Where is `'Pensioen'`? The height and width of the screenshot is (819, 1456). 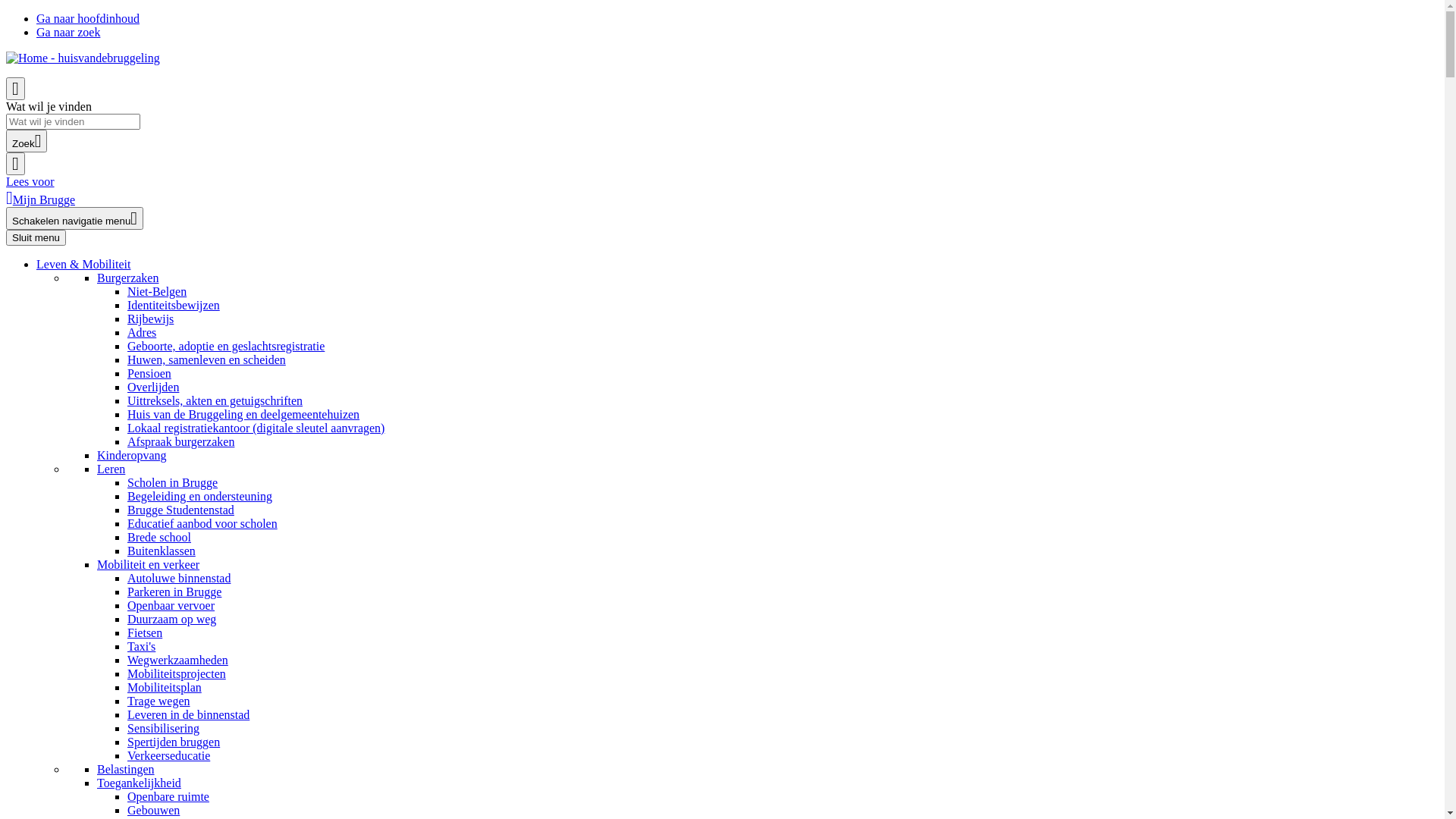 'Pensioen' is located at coordinates (149, 373).